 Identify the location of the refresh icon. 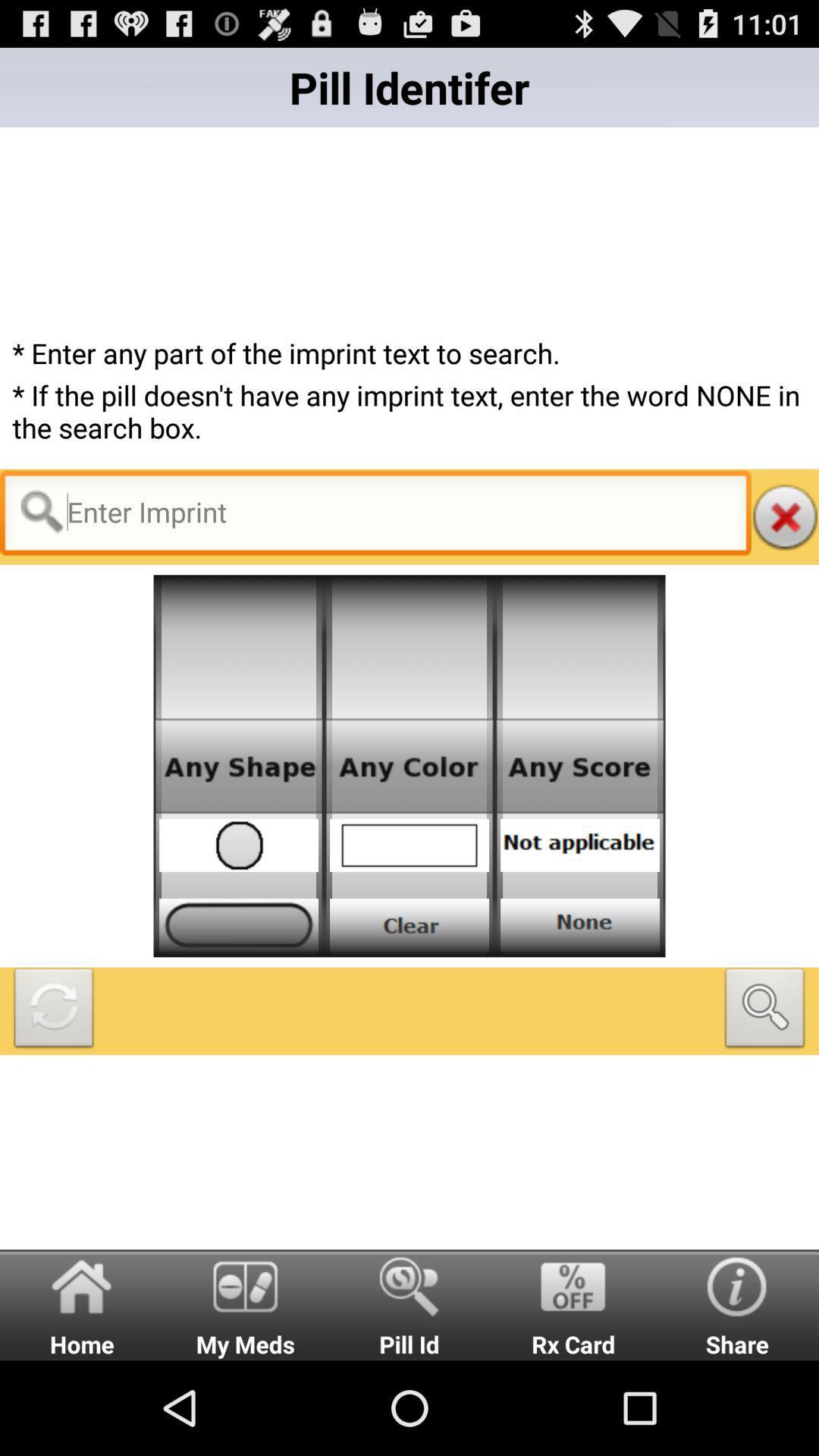
(53, 1081).